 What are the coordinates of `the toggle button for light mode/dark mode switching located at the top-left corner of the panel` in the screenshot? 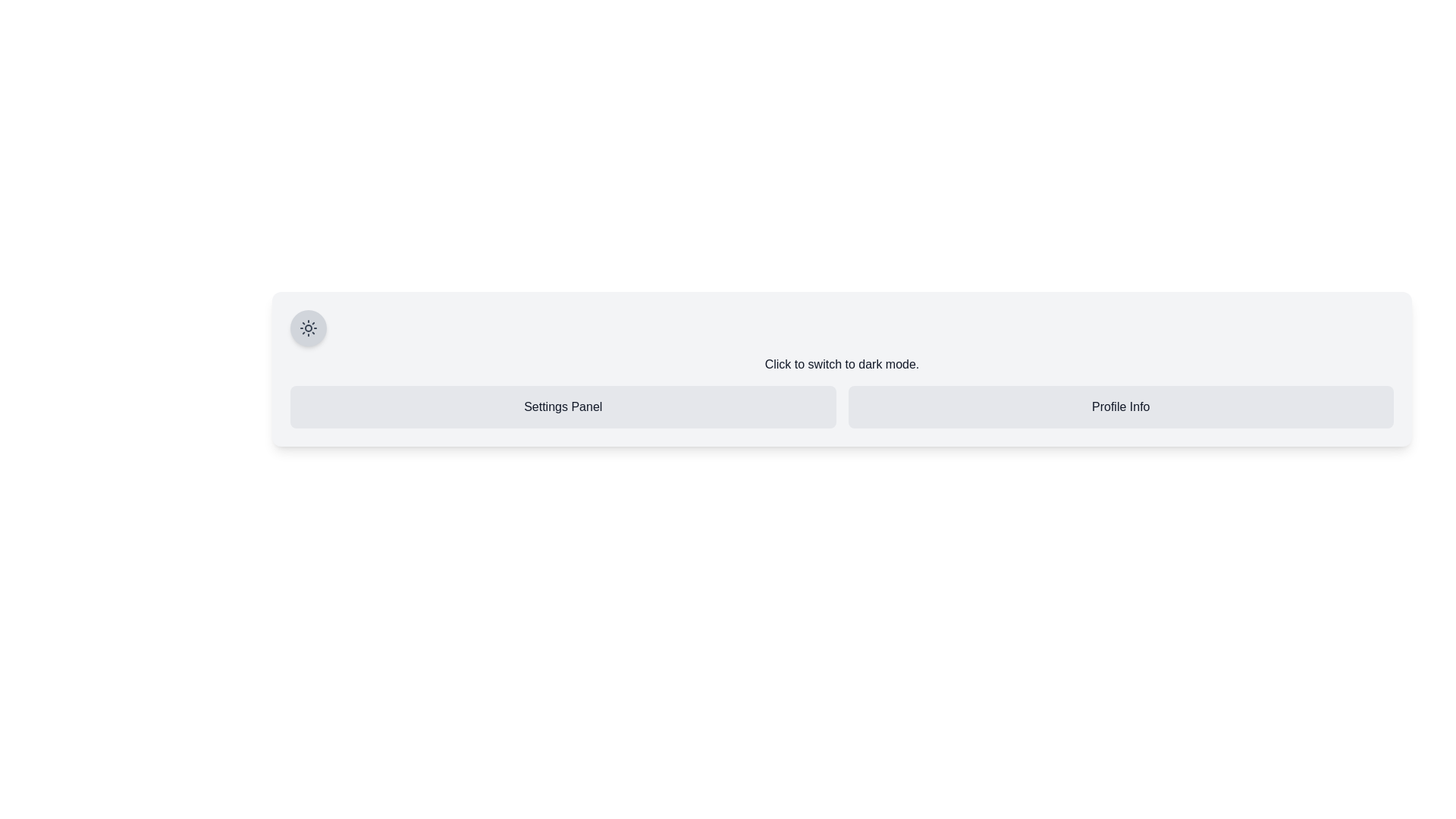 It's located at (308, 327).